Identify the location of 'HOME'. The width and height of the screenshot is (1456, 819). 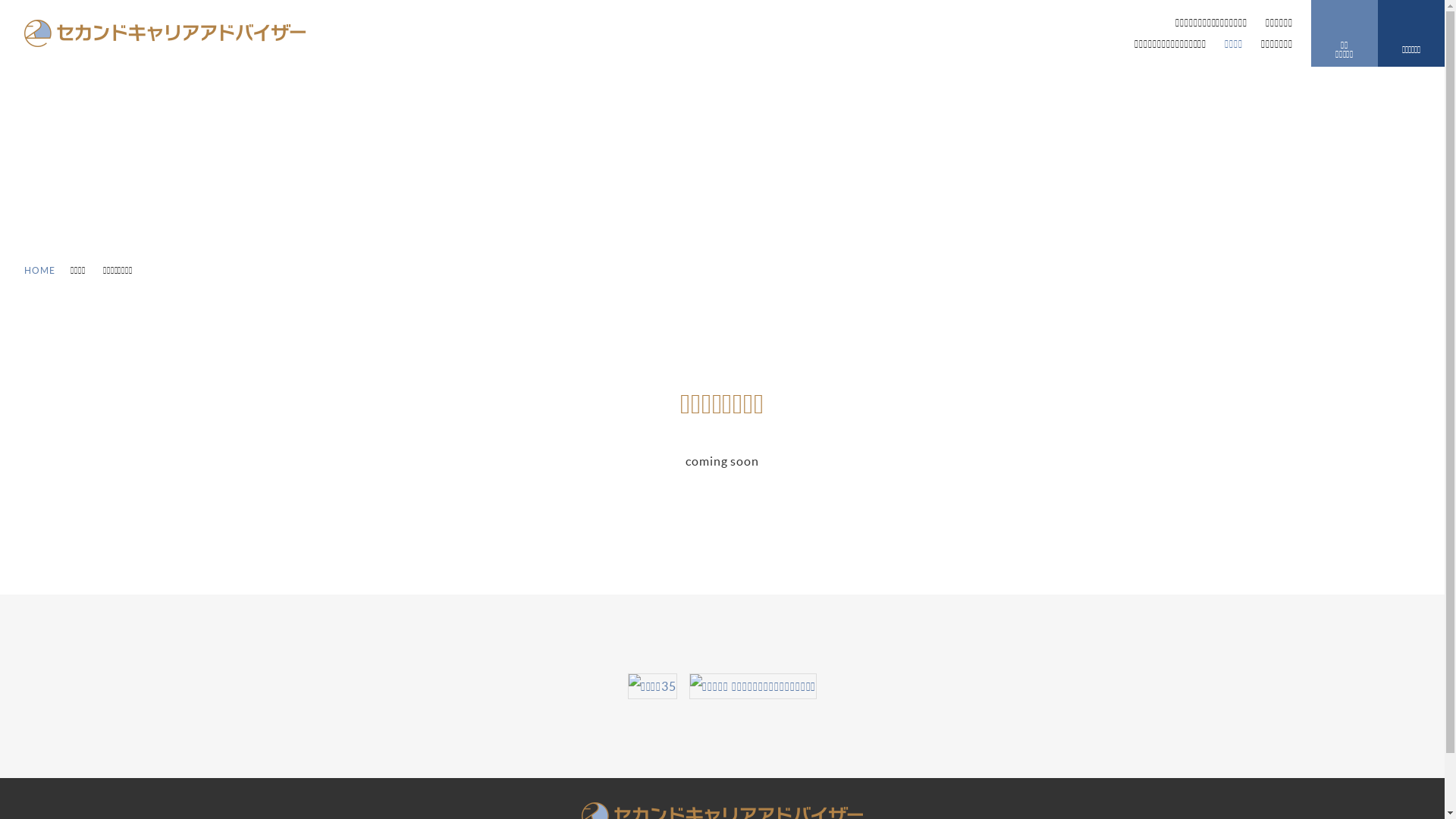
(39, 269).